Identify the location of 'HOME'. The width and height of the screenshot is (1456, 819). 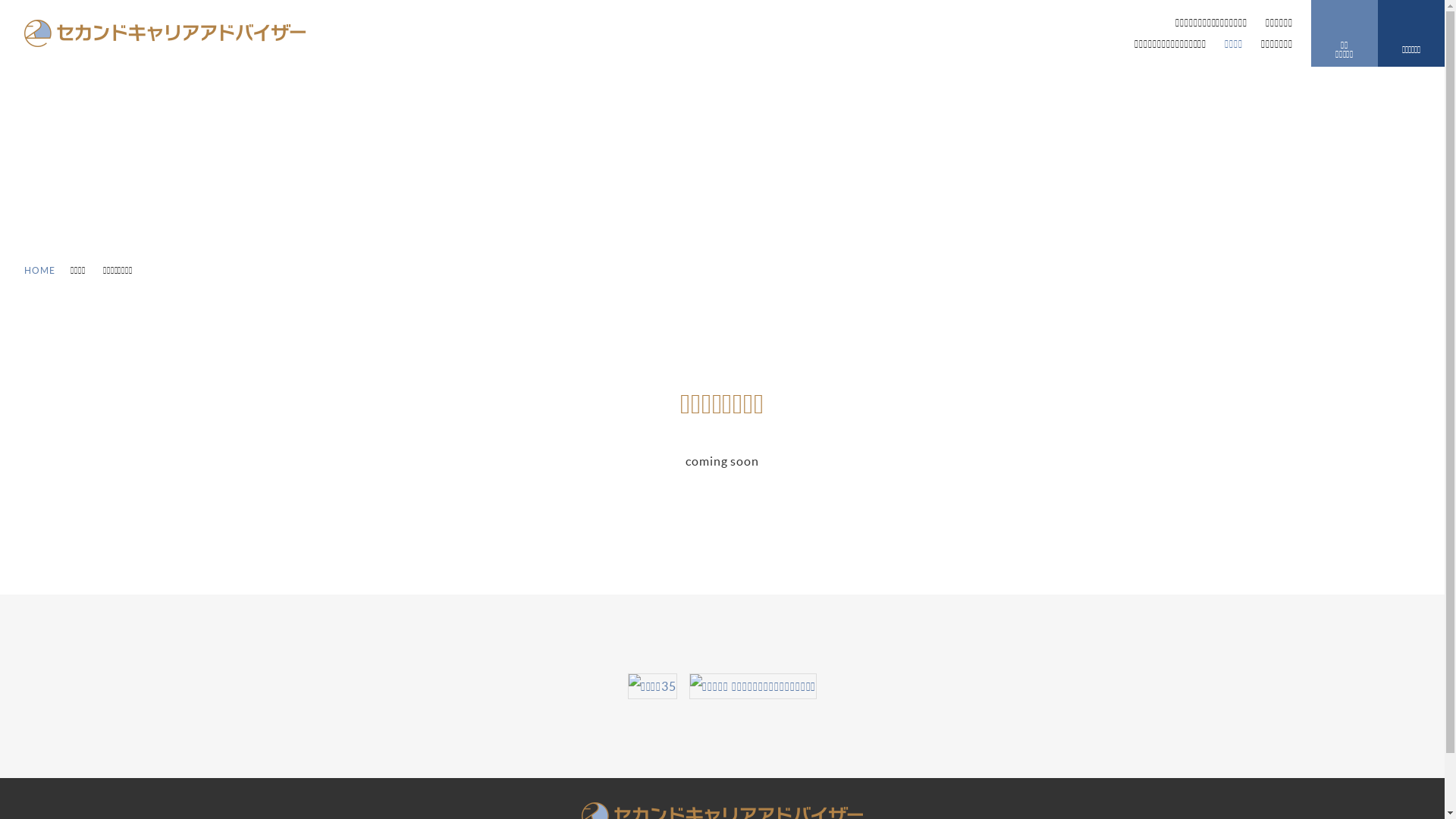
(39, 269).